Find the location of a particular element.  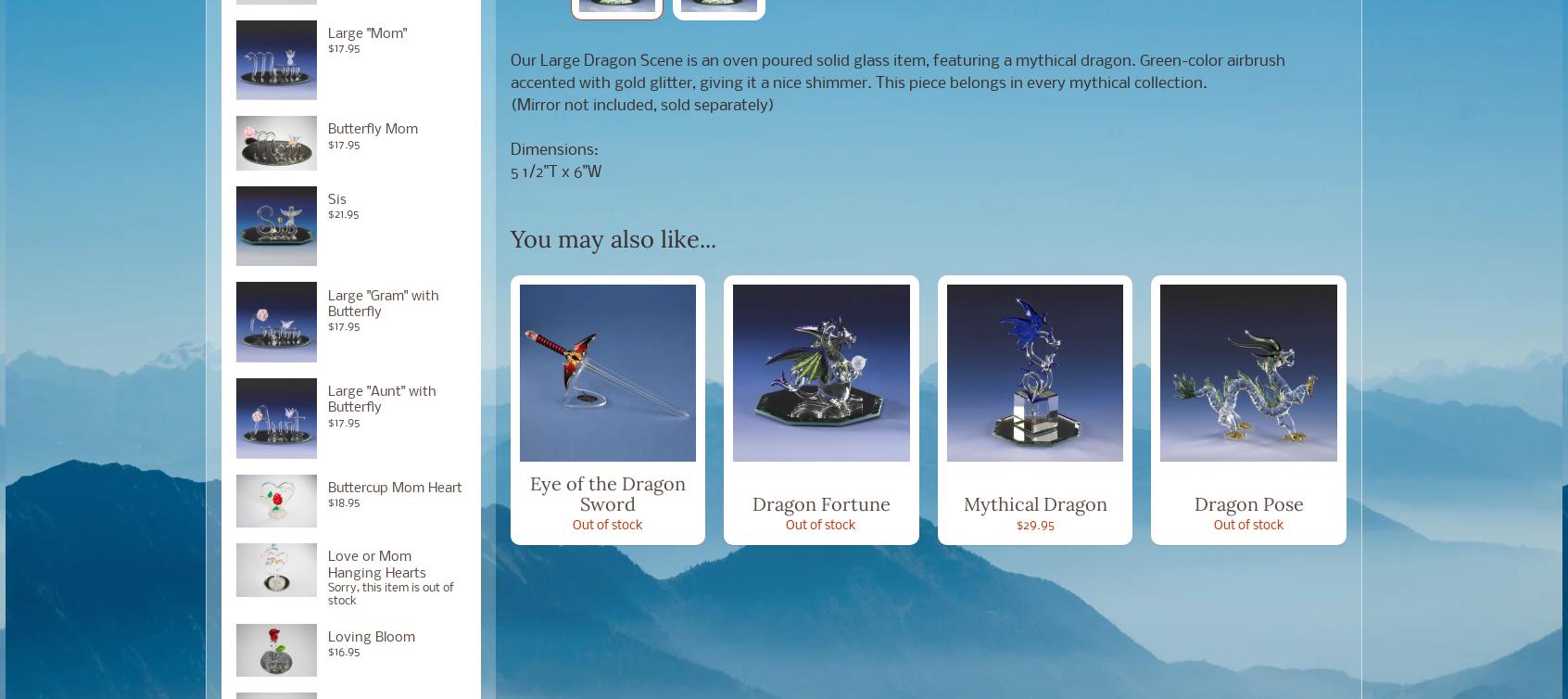

'Our Large Dragon Scene is an oven poured solid glass item, featuring a mythical dragon. Green-color airbrush accented with gold glitter, giving it a nice shimmer. This piece belongs in every mythical collection.' is located at coordinates (896, 71).